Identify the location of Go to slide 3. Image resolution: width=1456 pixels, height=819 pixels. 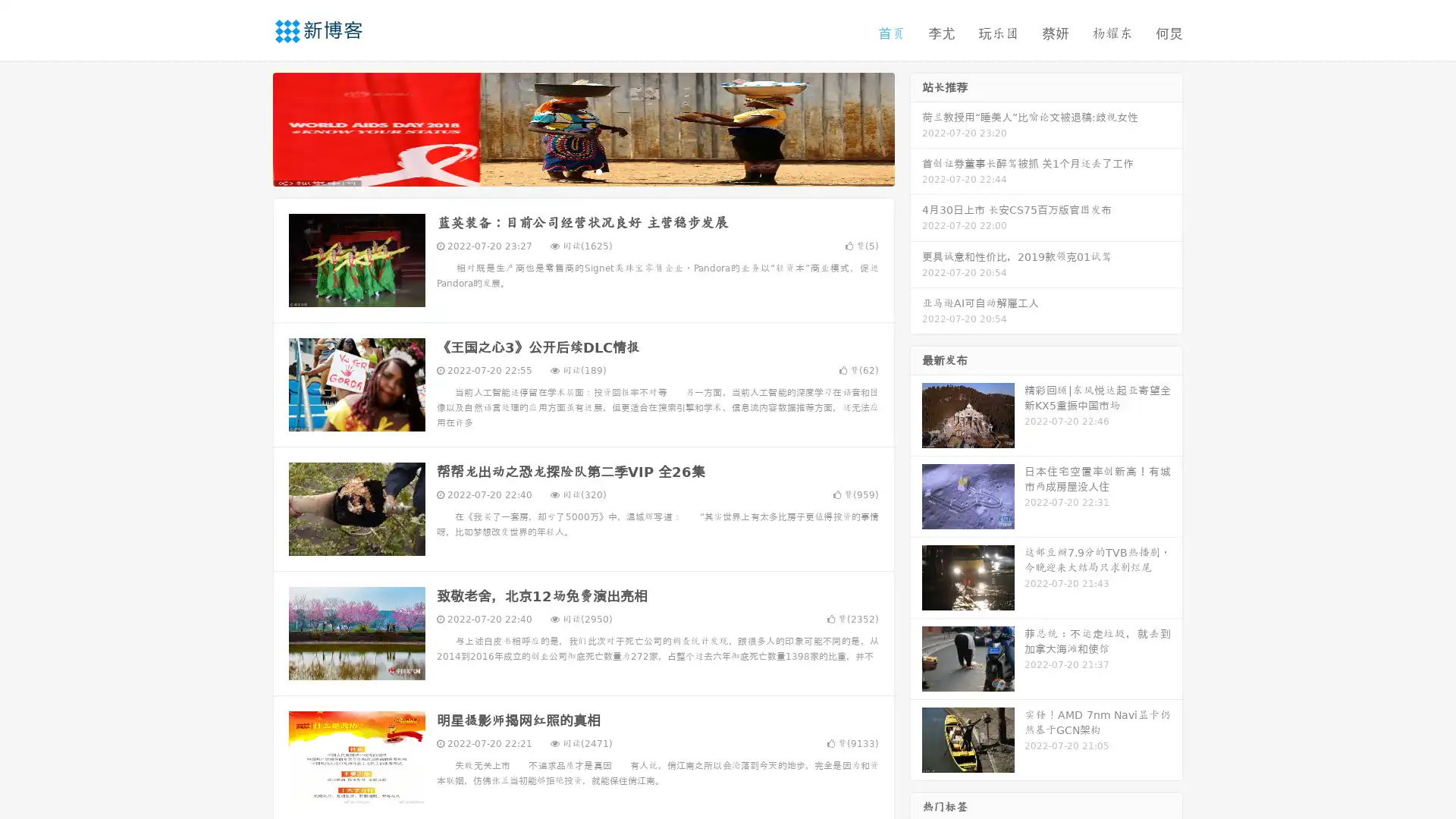
(598, 171).